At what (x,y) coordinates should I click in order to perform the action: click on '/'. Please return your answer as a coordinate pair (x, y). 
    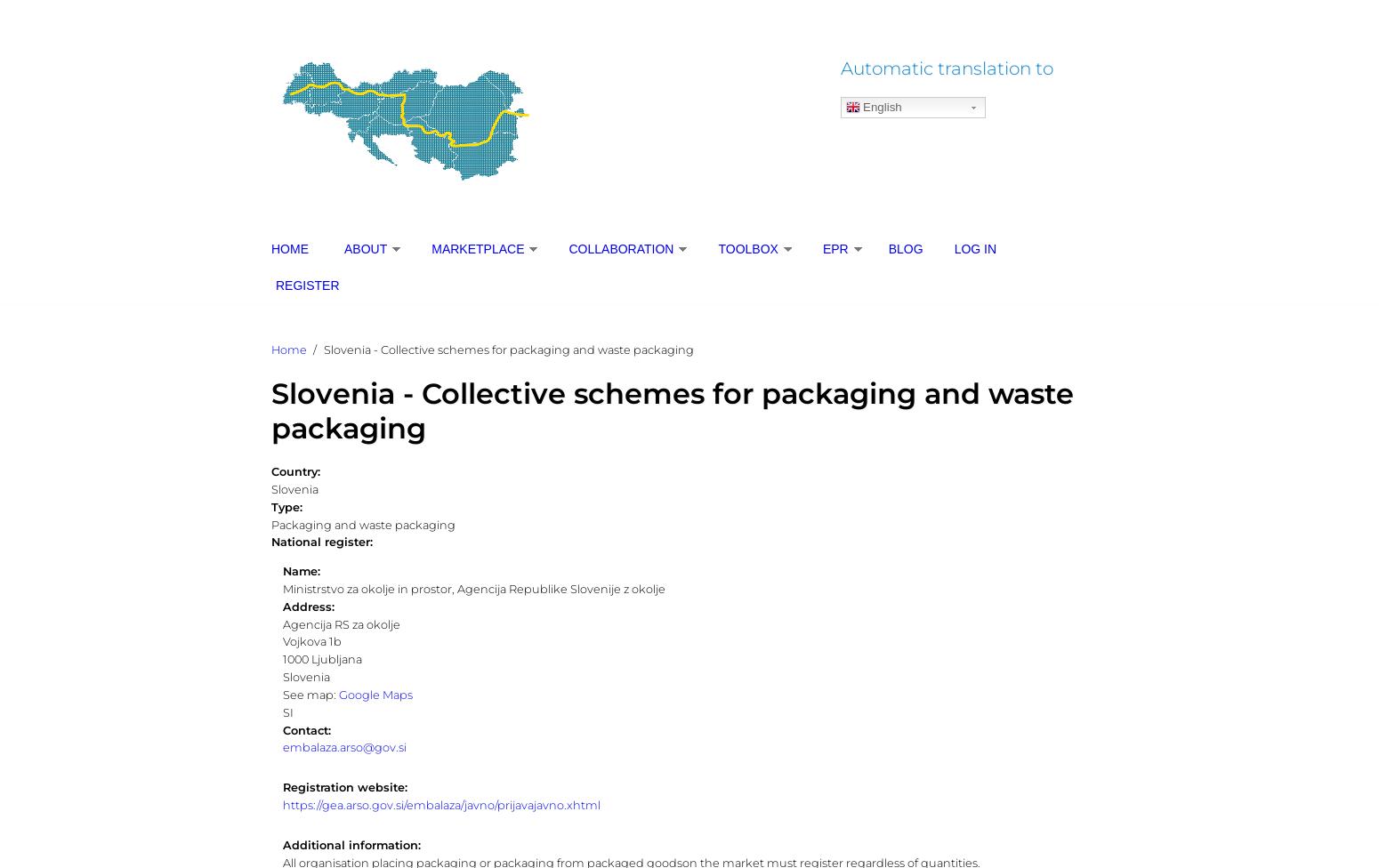
    Looking at the image, I should click on (314, 349).